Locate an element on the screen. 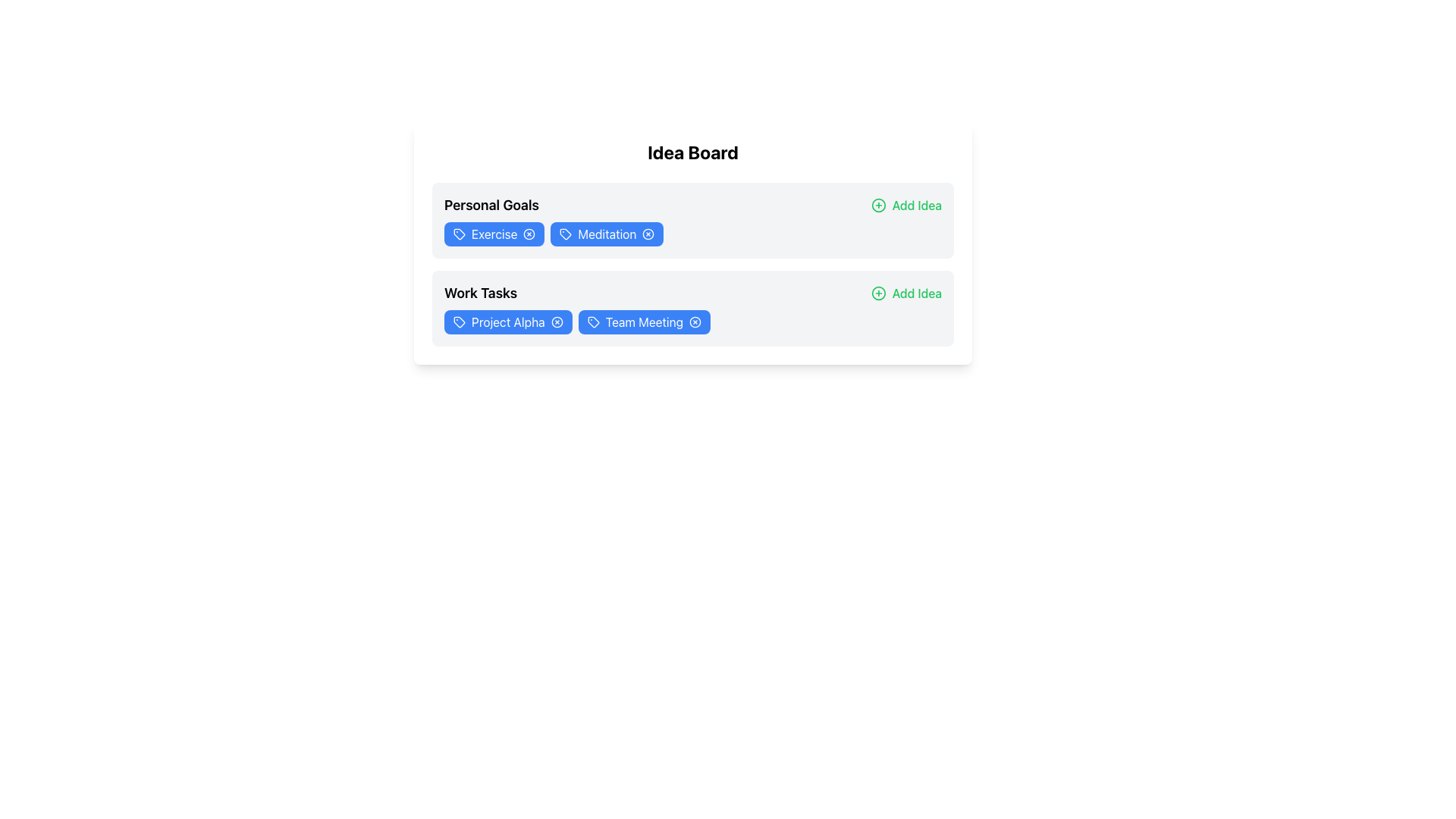  the circular button with an 'X' symbol, located to the right of the text 'Project Alpha', within the 'Work Tasks' section is located at coordinates (556, 321).